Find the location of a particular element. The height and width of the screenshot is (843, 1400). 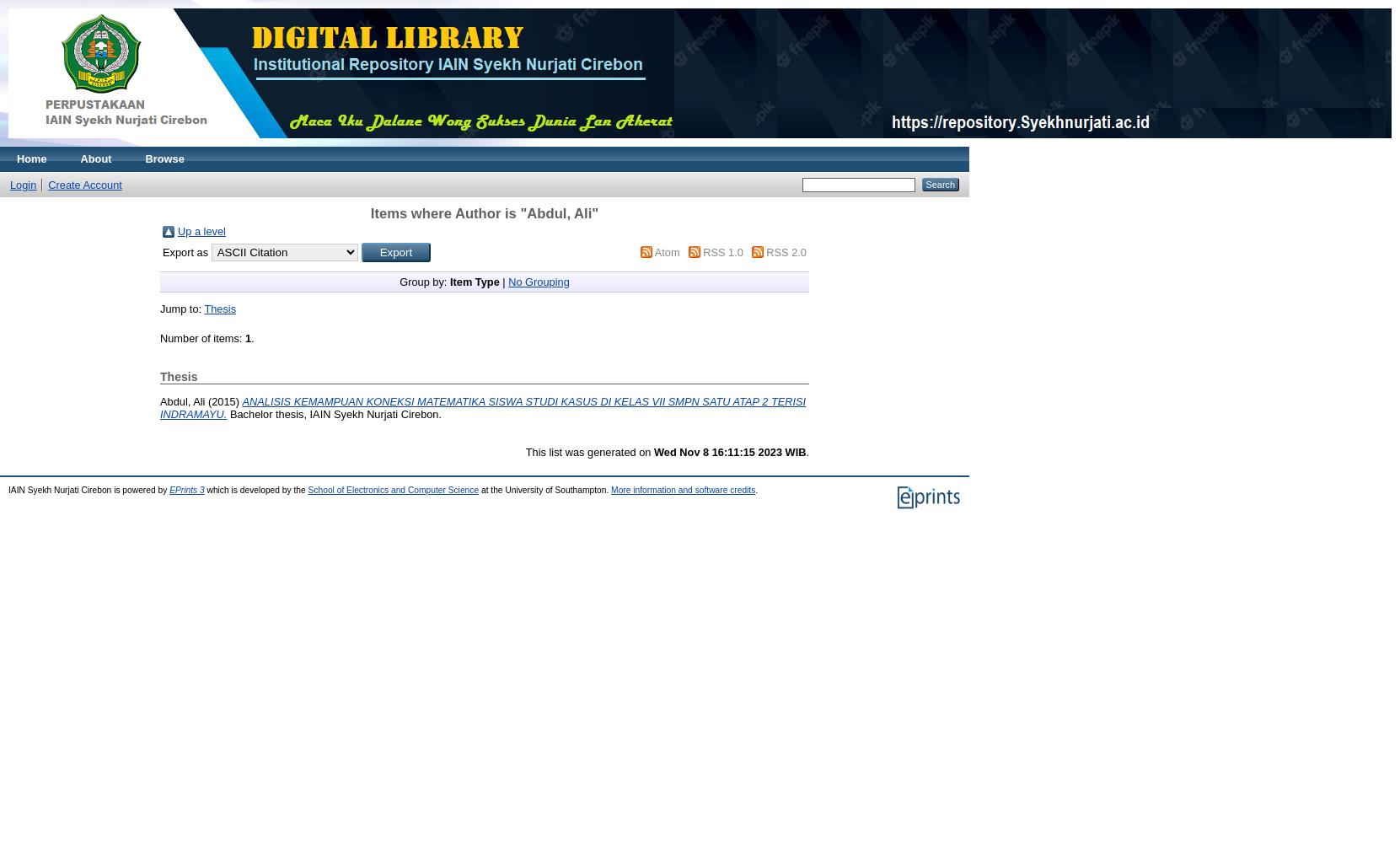

'IAIN Syekh Nurjati Cirebon is powered by' is located at coordinates (89, 488).